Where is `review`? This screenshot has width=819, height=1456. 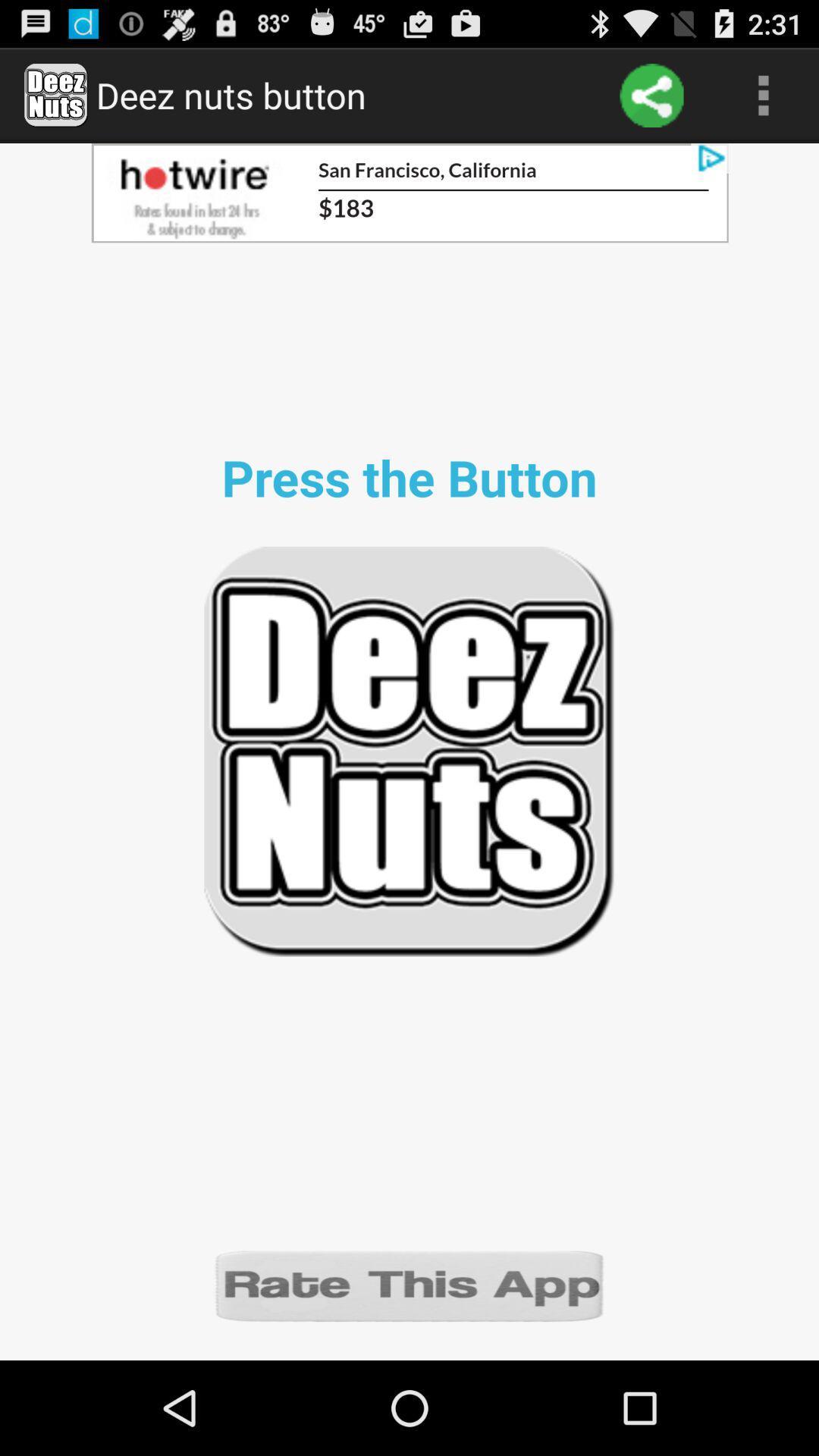
review is located at coordinates (409, 1284).